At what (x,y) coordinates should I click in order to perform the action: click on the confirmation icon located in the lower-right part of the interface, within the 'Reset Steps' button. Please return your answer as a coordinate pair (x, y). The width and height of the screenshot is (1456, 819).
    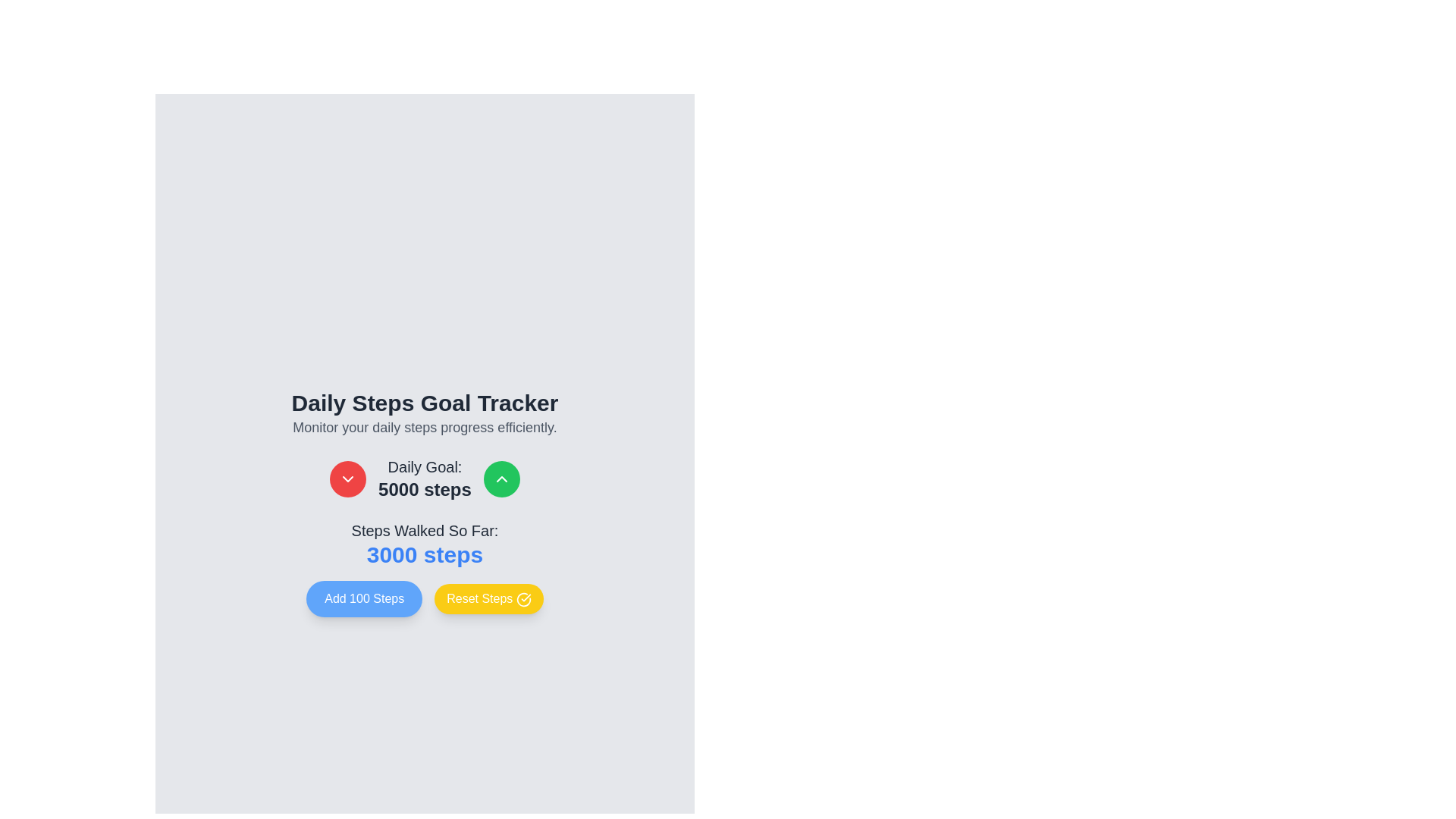
    Looking at the image, I should click on (523, 598).